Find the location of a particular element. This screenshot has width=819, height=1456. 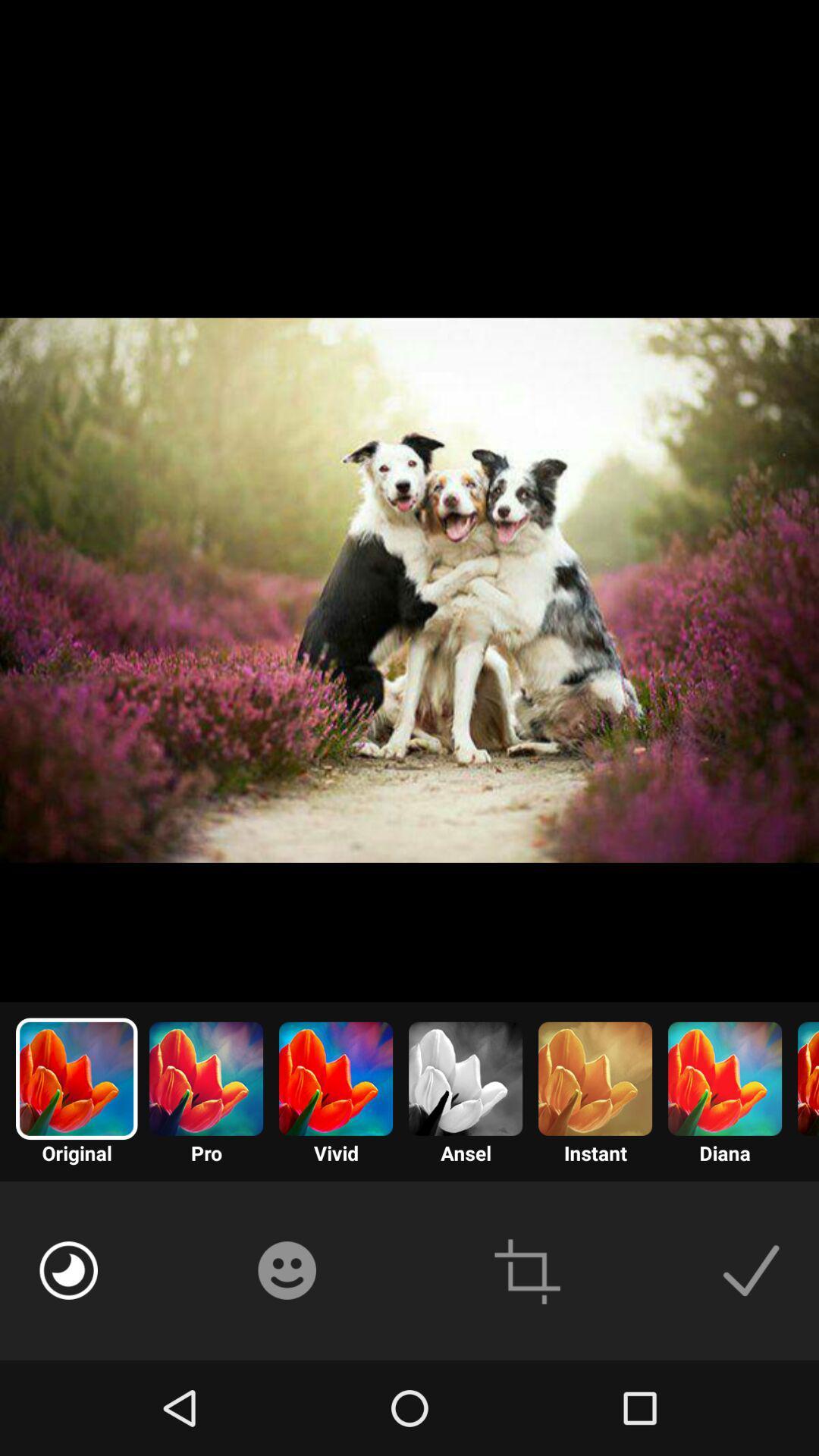

emoticon is located at coordinates (287, 1270).